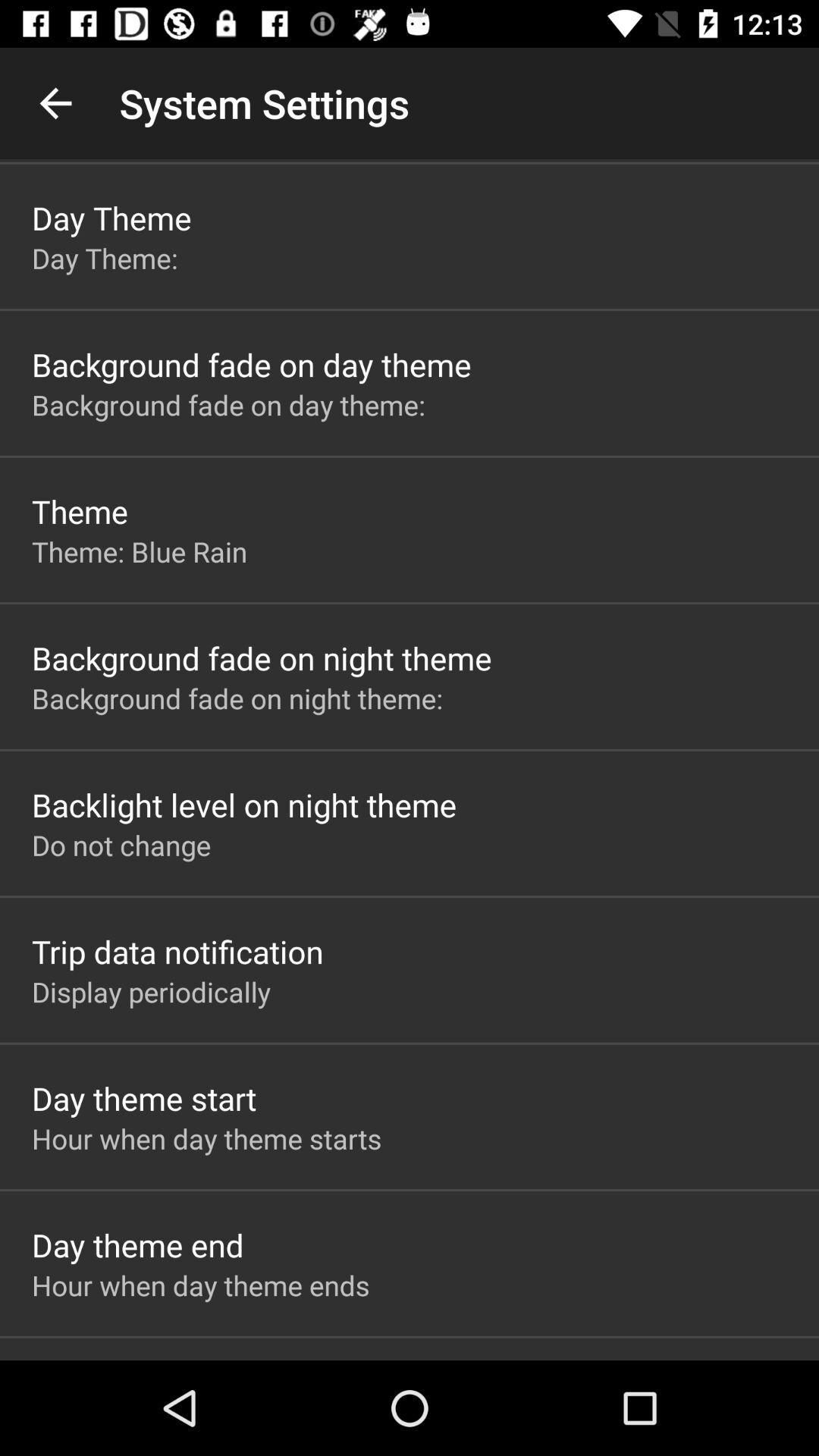 This screenshot has height=1456, width=819. What do you see at coordinates (177, 950) in the screenshot?
I see `trip data notification` at bounding box center [177, 950].